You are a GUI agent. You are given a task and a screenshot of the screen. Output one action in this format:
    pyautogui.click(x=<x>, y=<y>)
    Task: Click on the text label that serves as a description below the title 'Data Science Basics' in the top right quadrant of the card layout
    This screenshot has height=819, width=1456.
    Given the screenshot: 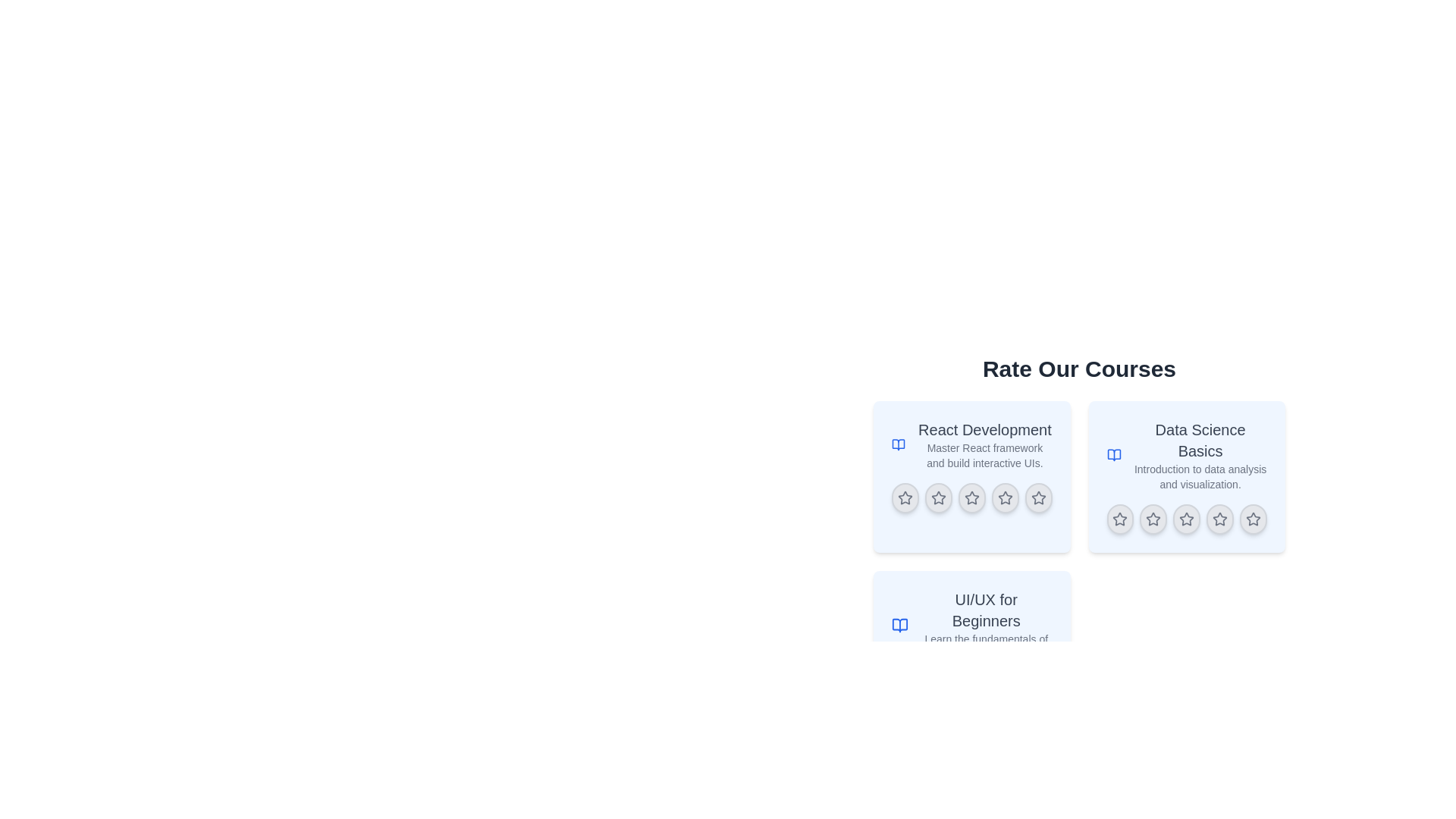 What is the action you would take?
    pyautogui.click(x=1200, y=475)
    